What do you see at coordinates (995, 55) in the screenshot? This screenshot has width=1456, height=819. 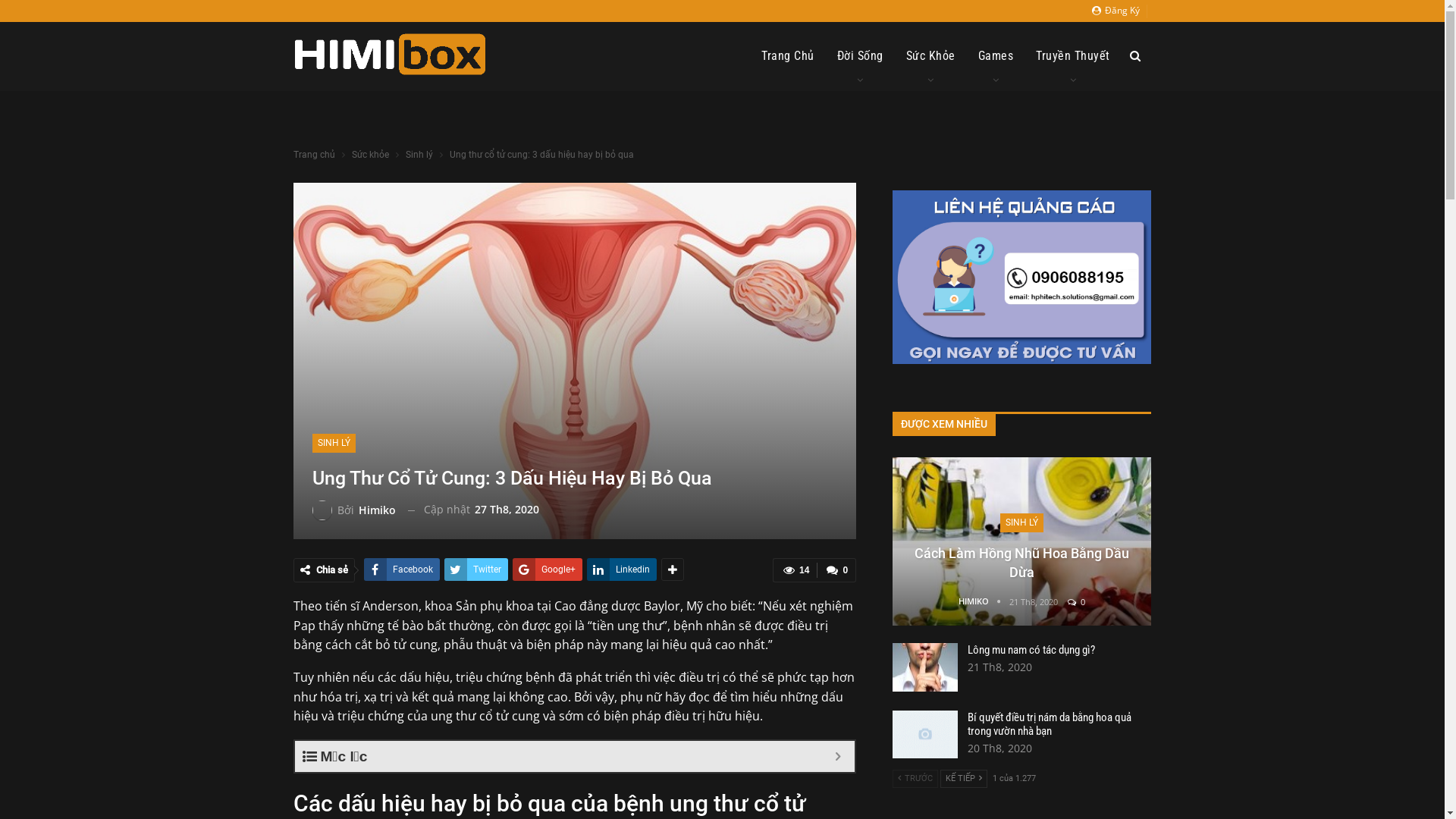 I see `'Games'` at bounding box center [995, 55].